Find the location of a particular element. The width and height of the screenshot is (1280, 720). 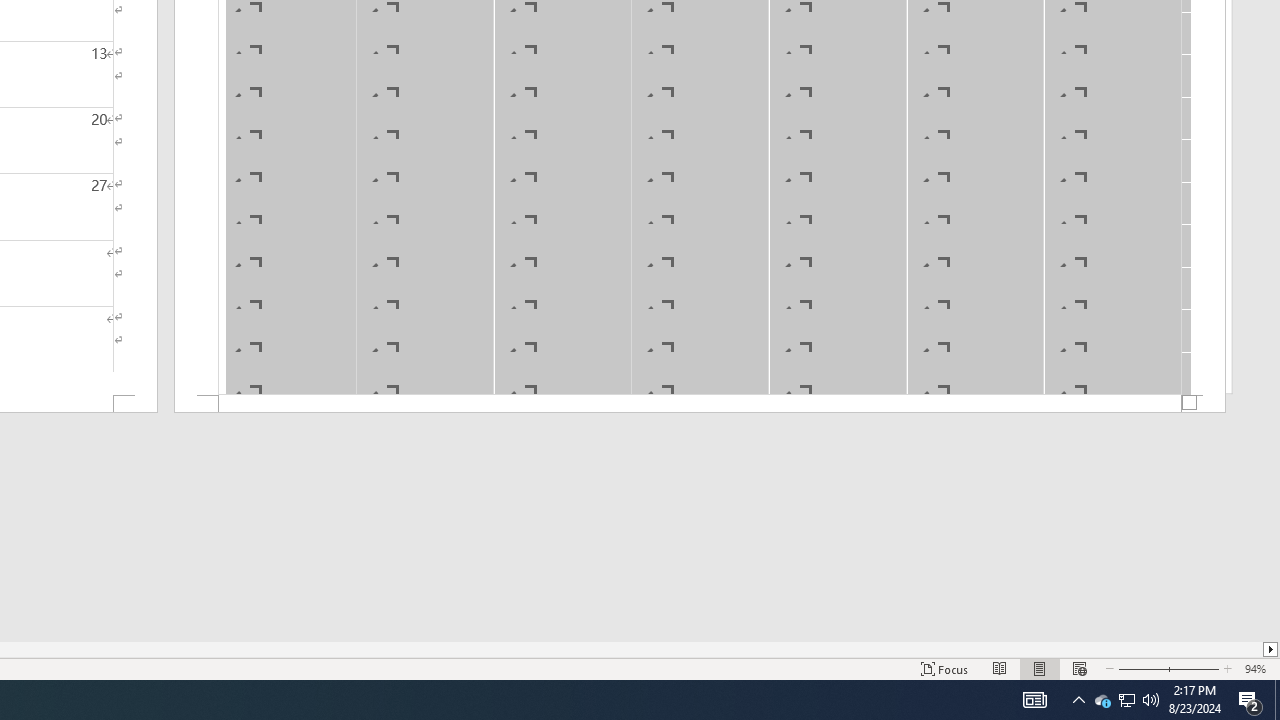

'Footer -Section 1-' is located at coordinates (700, 404).